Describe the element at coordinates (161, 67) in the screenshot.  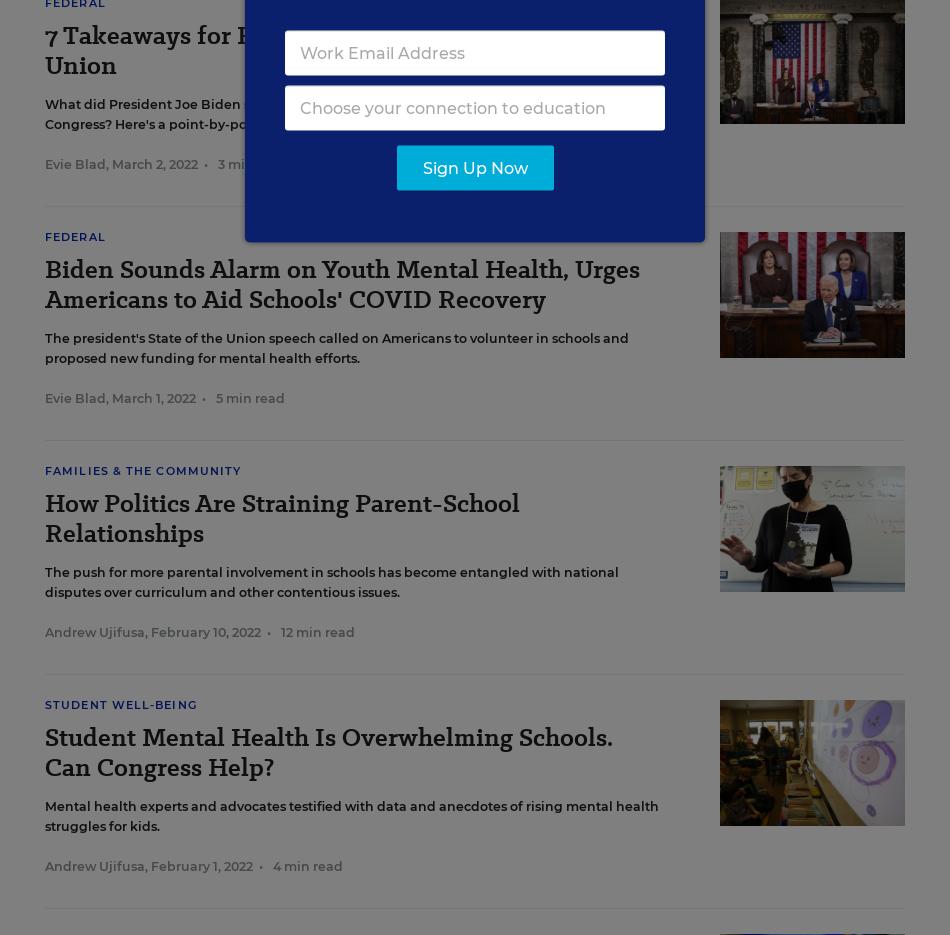
I see `'EdWeek Research Center'` at that location.